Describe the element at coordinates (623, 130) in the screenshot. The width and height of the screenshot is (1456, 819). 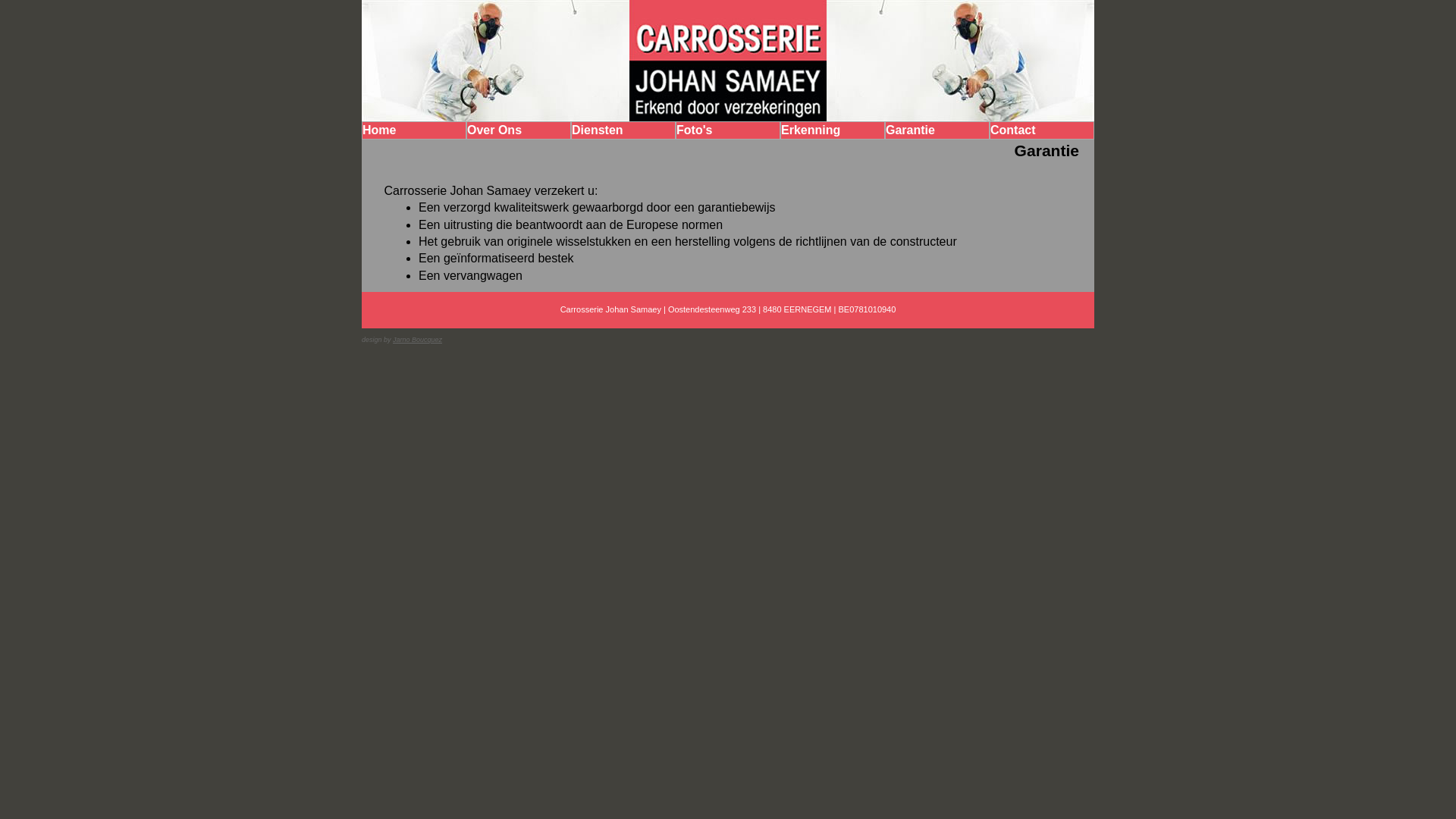
I see `'Diensten'` at that location.